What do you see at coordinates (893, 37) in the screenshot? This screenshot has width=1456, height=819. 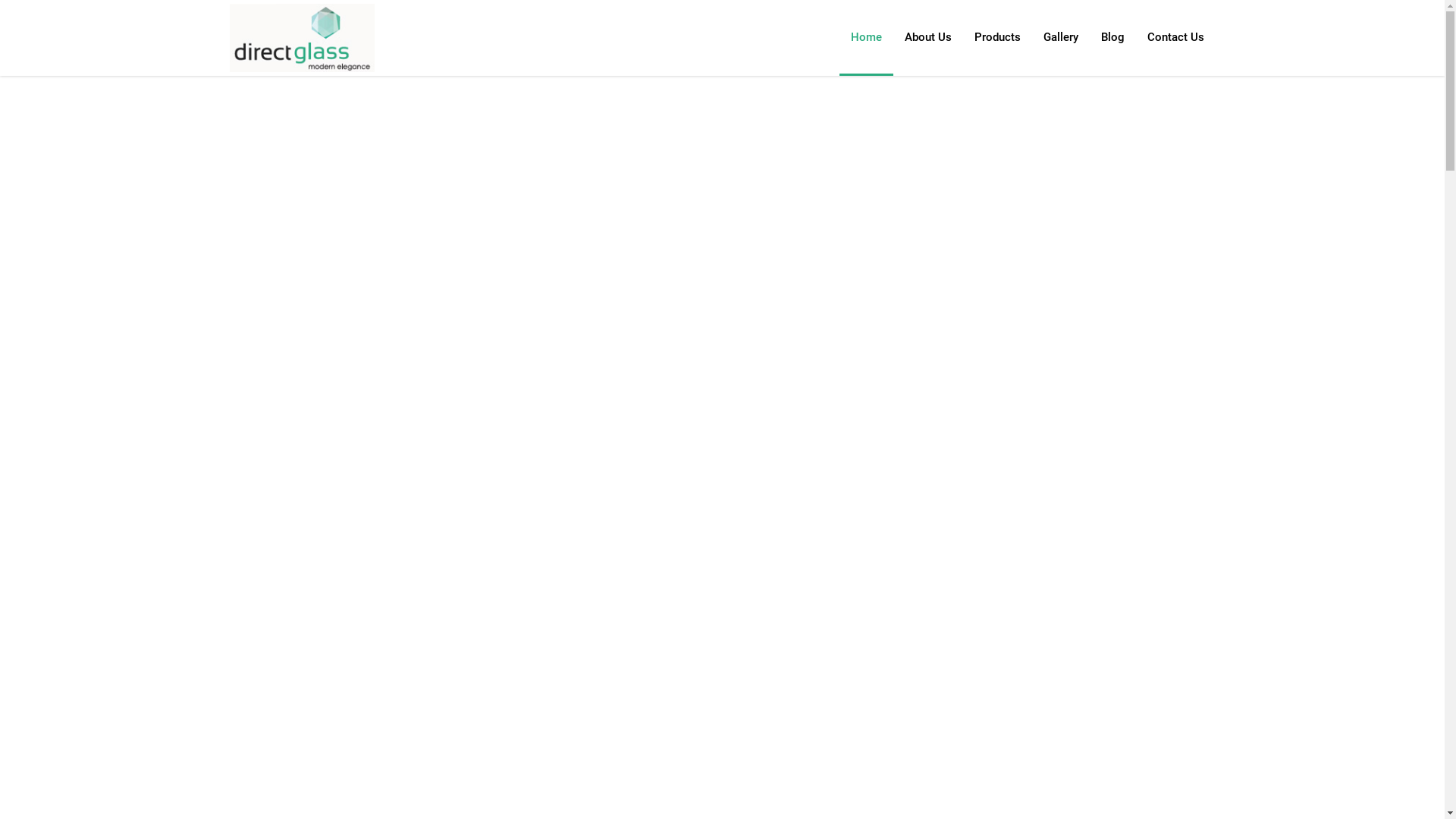 I see `'About Us'` at bounding box center [893, 37].